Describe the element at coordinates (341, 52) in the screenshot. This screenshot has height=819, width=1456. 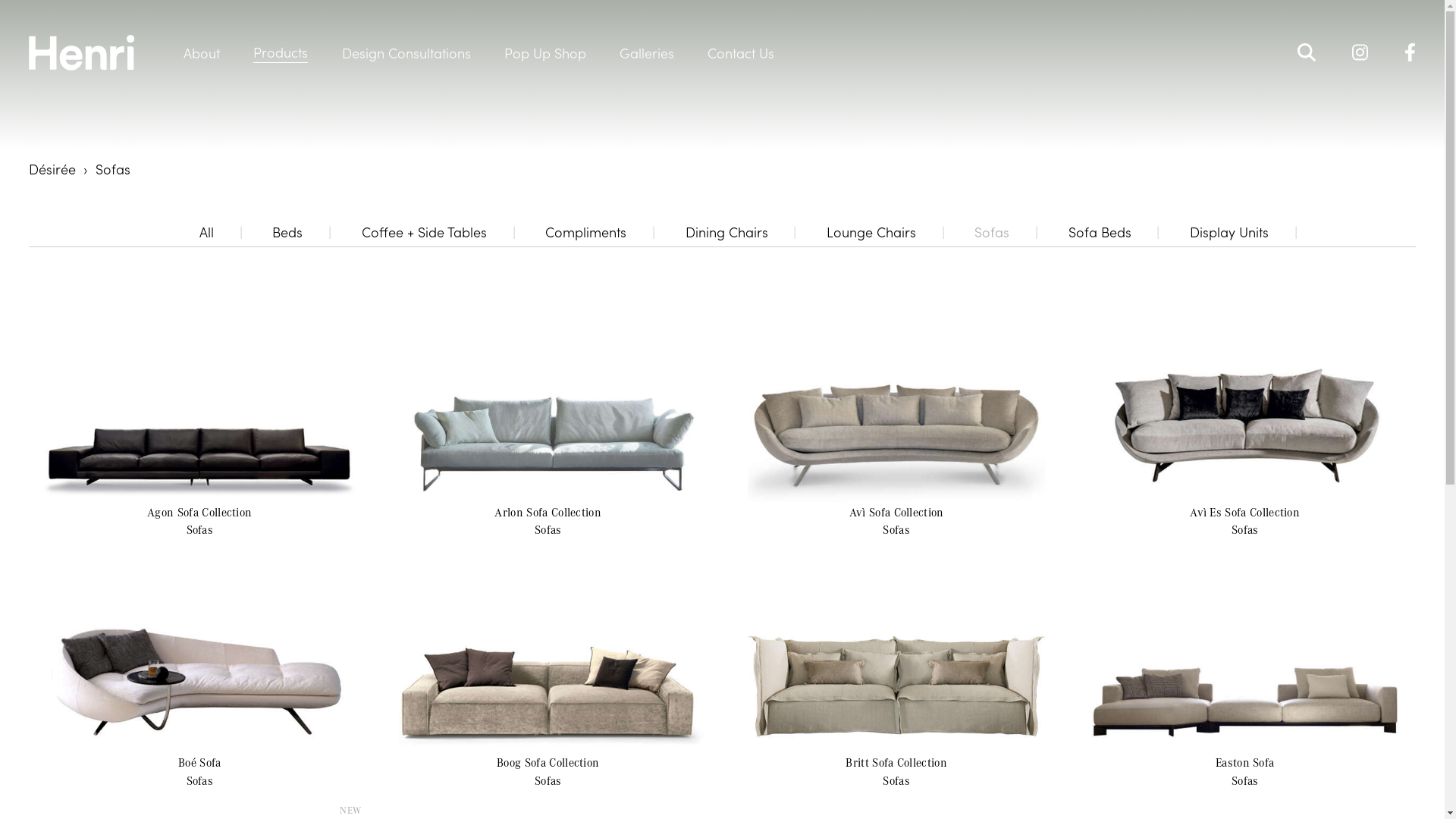
I see `'Design Consultations'` at that location.